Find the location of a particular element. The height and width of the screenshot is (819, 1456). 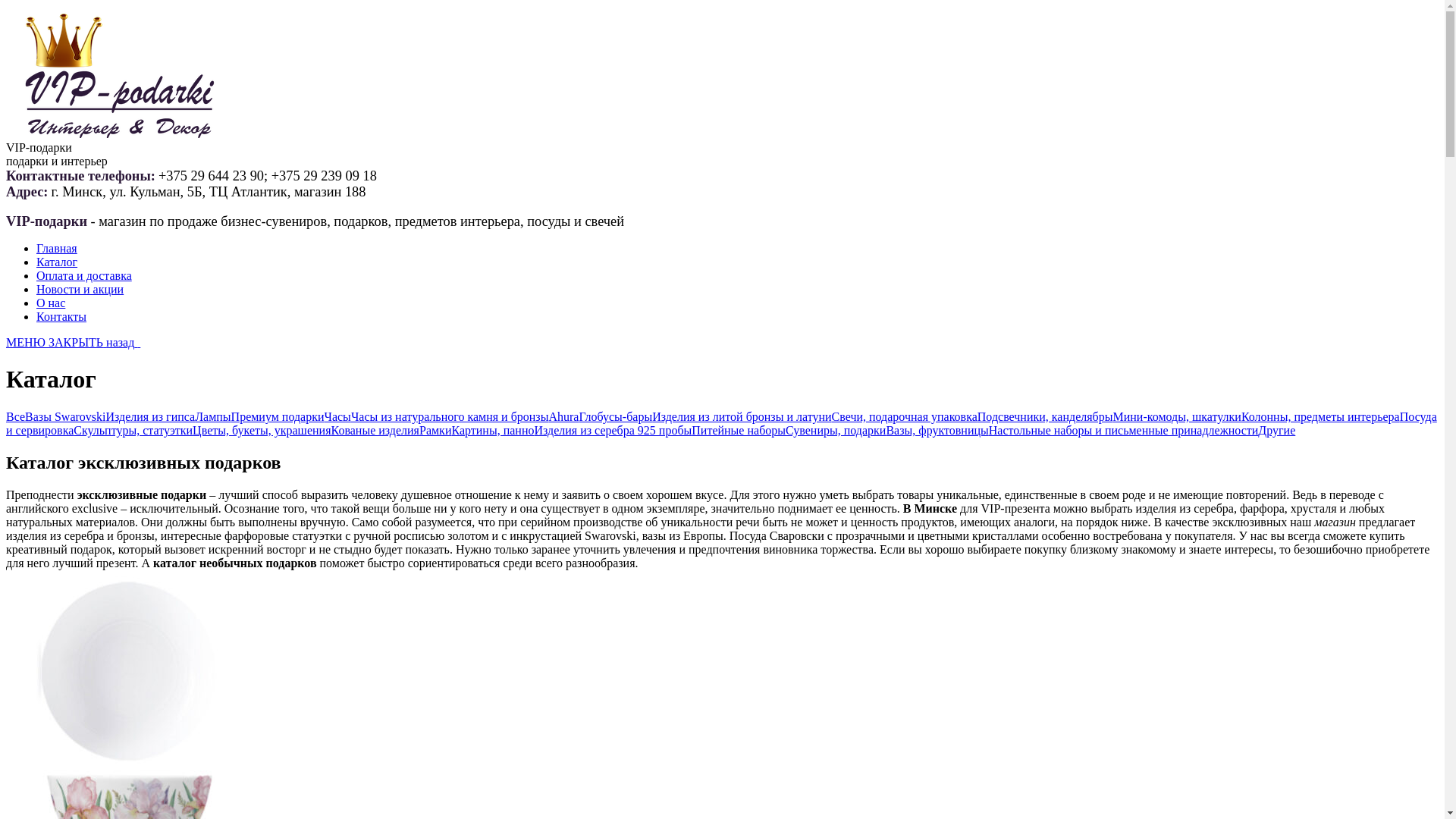

'Ahura' is located at coordinates (548, 416).